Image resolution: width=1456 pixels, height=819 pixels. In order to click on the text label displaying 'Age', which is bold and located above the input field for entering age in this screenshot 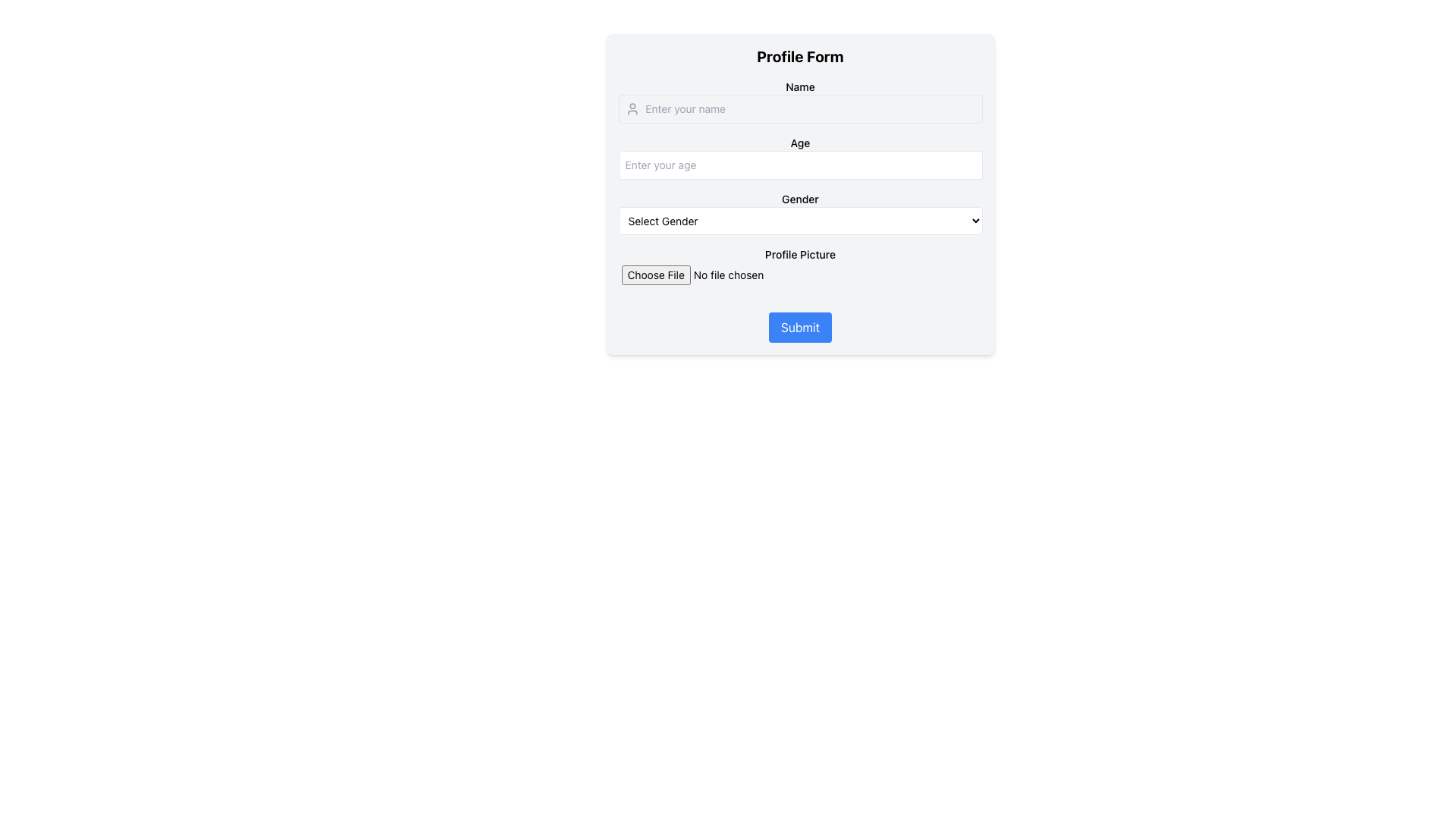, I will do `click(799, 143)`.